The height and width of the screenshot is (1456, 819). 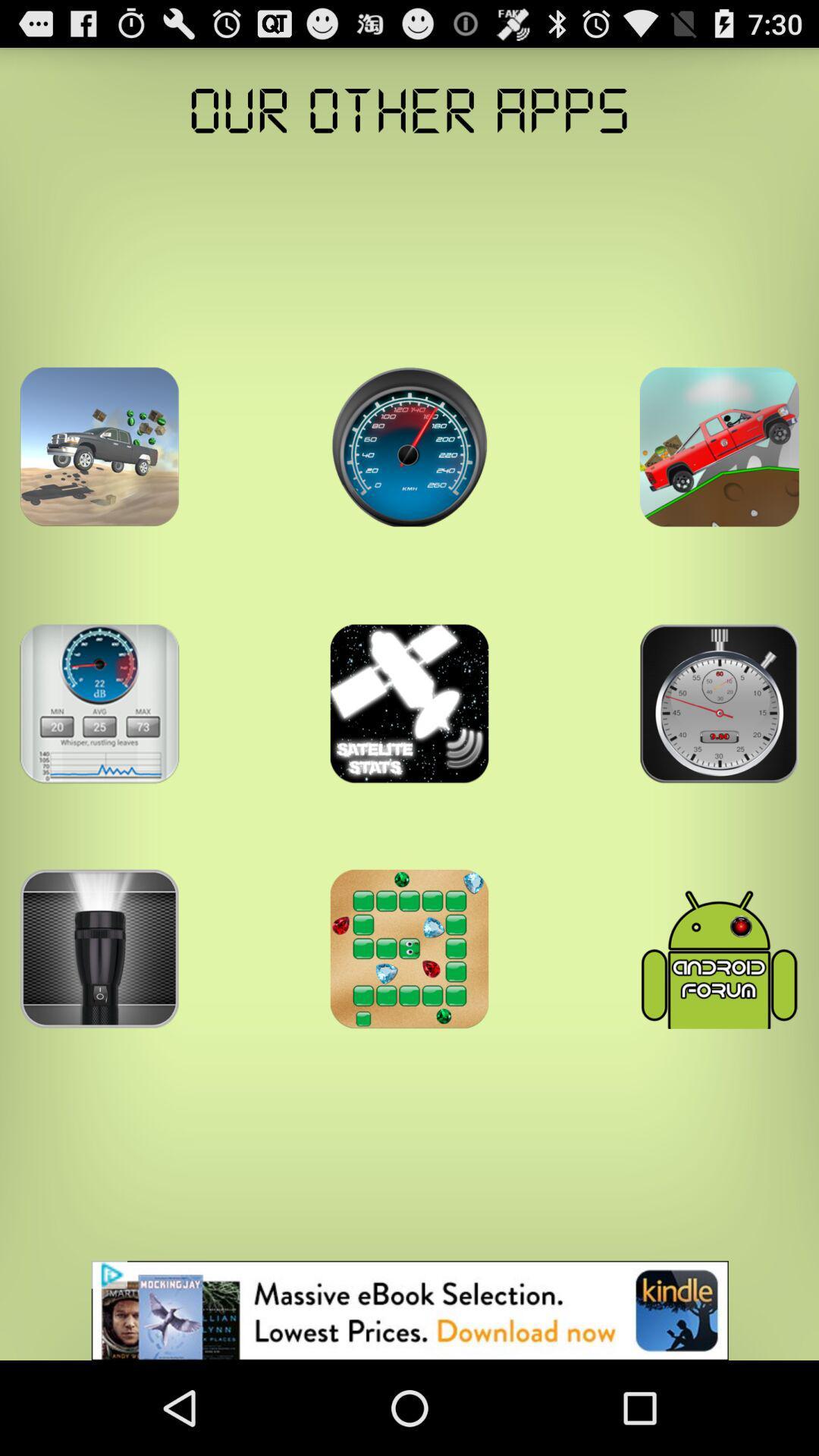 What do you see at coordinates (99, 948) in the screenshot?
I see `torch` at bounding box center [99, 948].